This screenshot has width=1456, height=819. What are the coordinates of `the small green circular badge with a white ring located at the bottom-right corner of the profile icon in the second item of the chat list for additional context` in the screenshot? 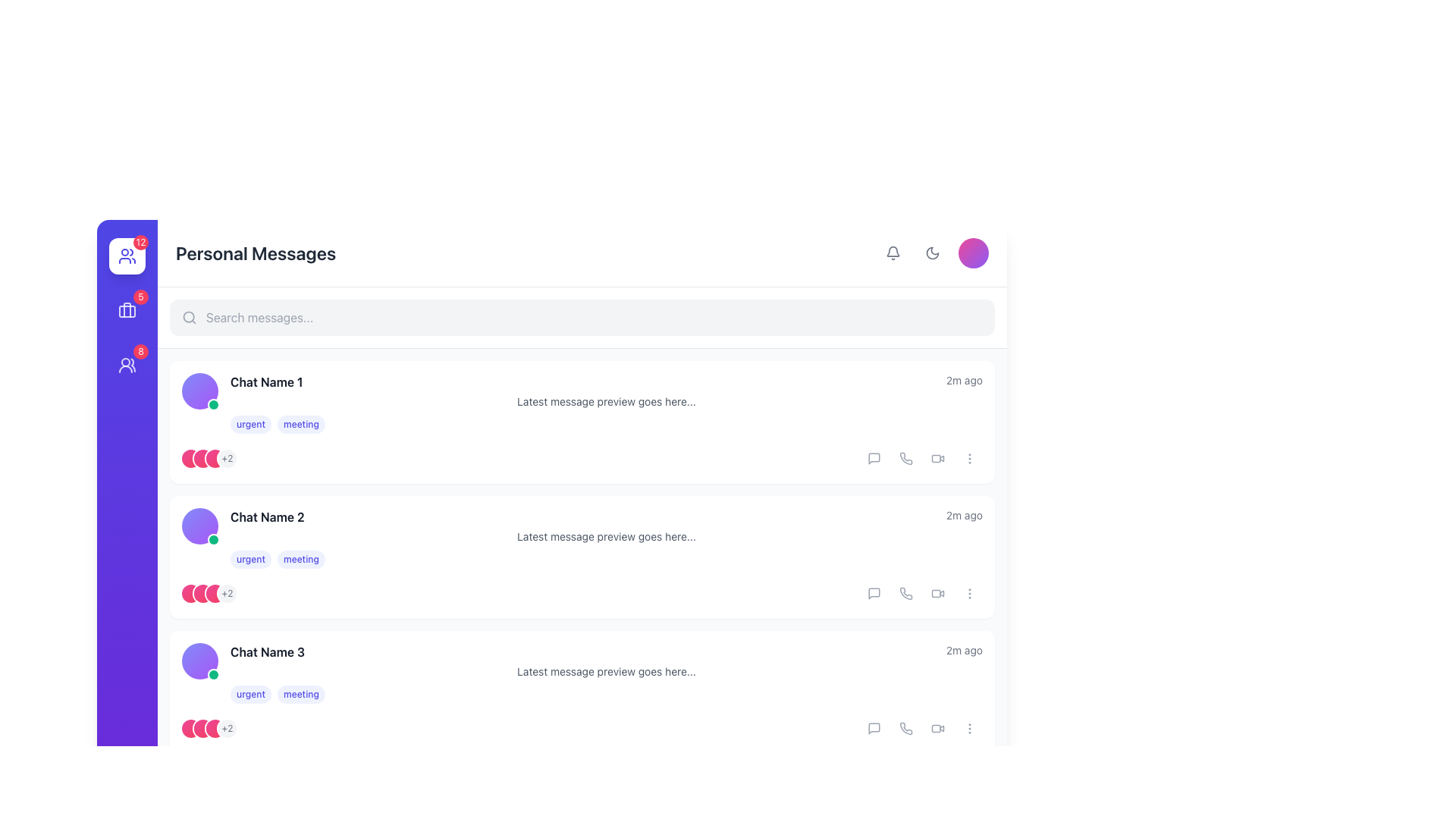 It's located at (213, 539).